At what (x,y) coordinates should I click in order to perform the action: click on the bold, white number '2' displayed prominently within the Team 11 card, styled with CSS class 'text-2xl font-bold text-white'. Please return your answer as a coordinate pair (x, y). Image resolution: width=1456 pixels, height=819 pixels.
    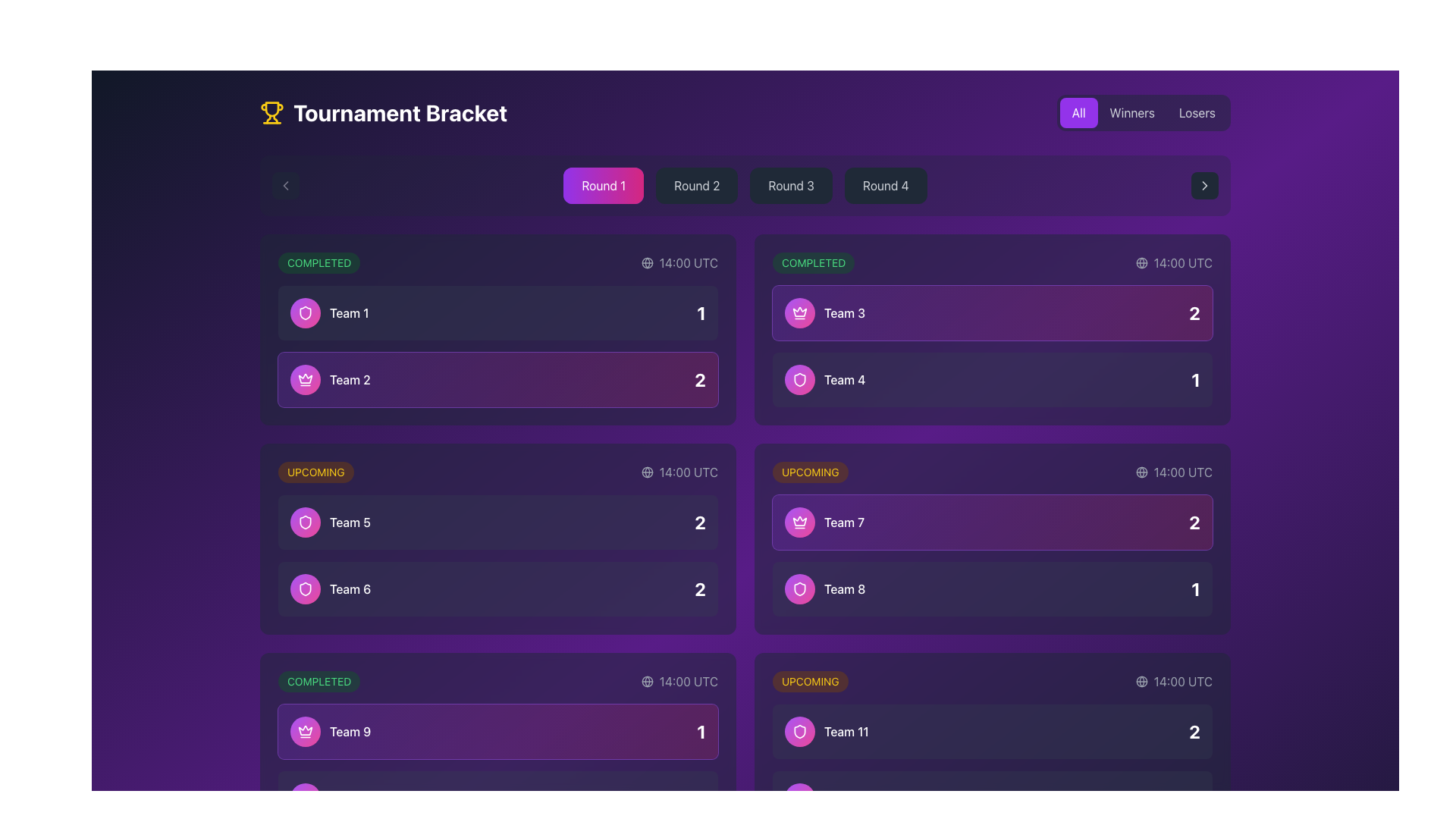
    Looking at the image, I should click on (1194, 730).